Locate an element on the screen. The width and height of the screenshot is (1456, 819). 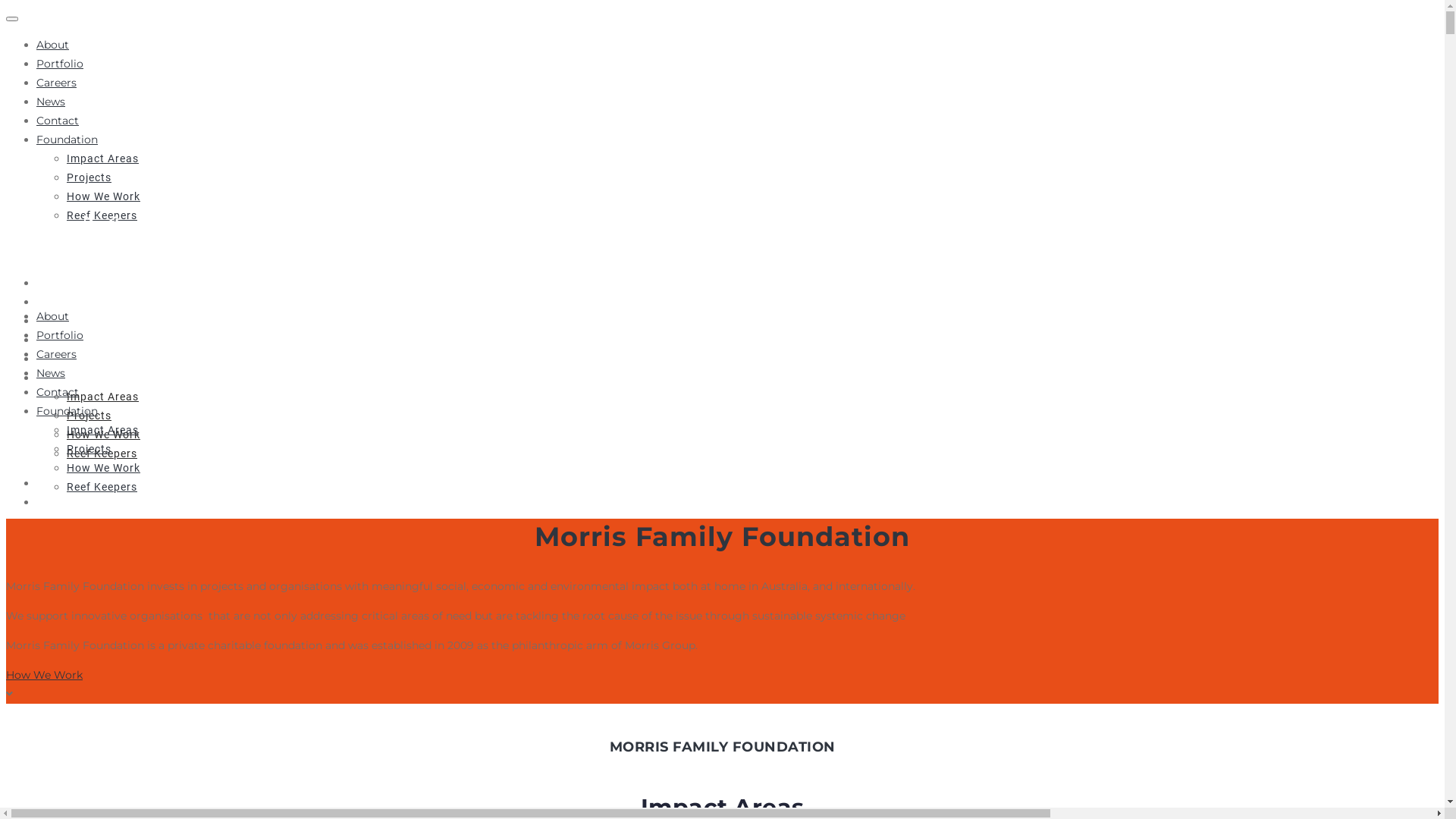
'Reef Keepers' is located at coordinates (65, 215).